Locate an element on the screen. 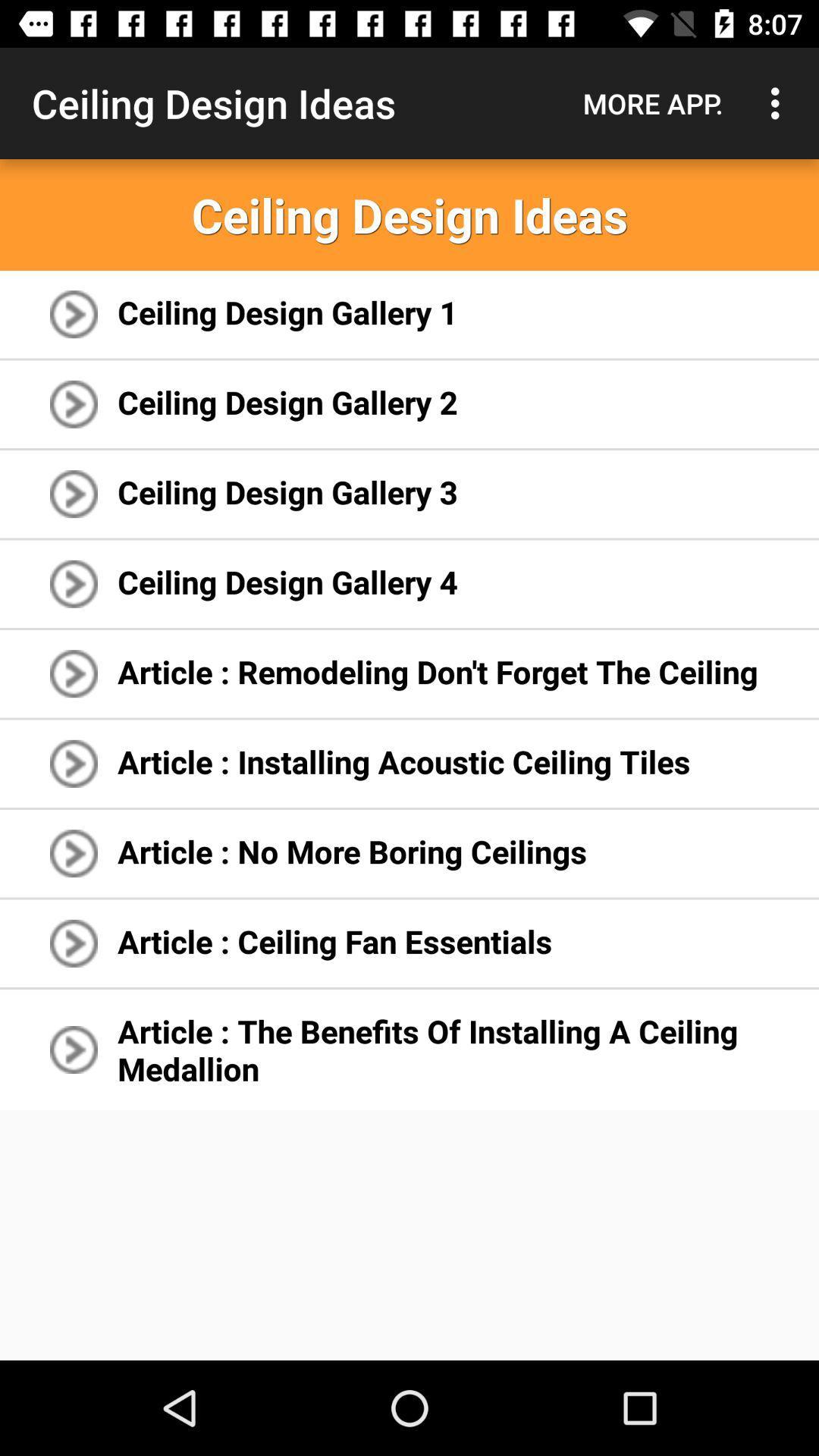 This screenshot has width=819, height=1456. icon next to ceiling design ideas is located at coordinates (652, 102).